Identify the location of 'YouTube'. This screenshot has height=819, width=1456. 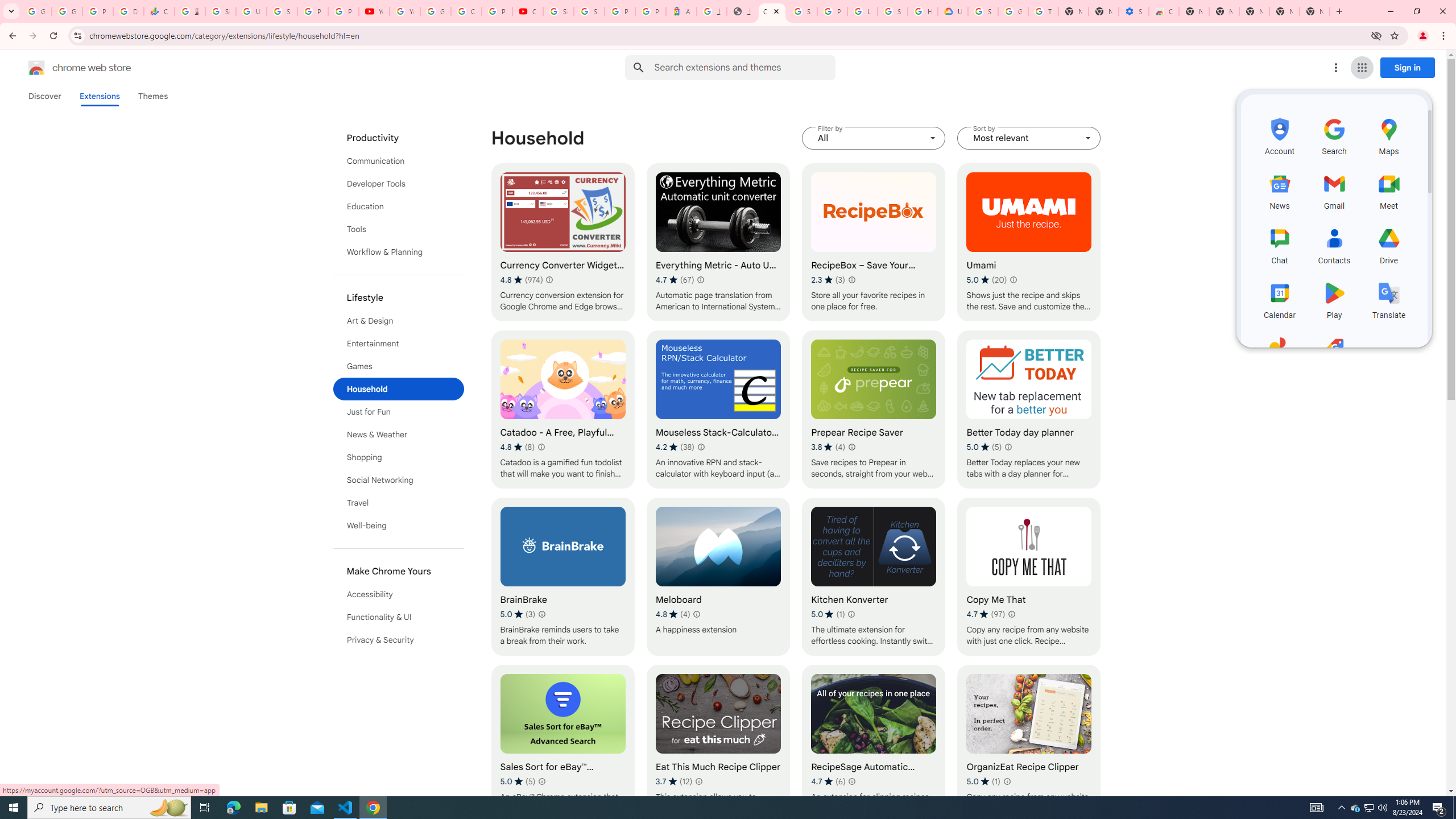
(404, 11).